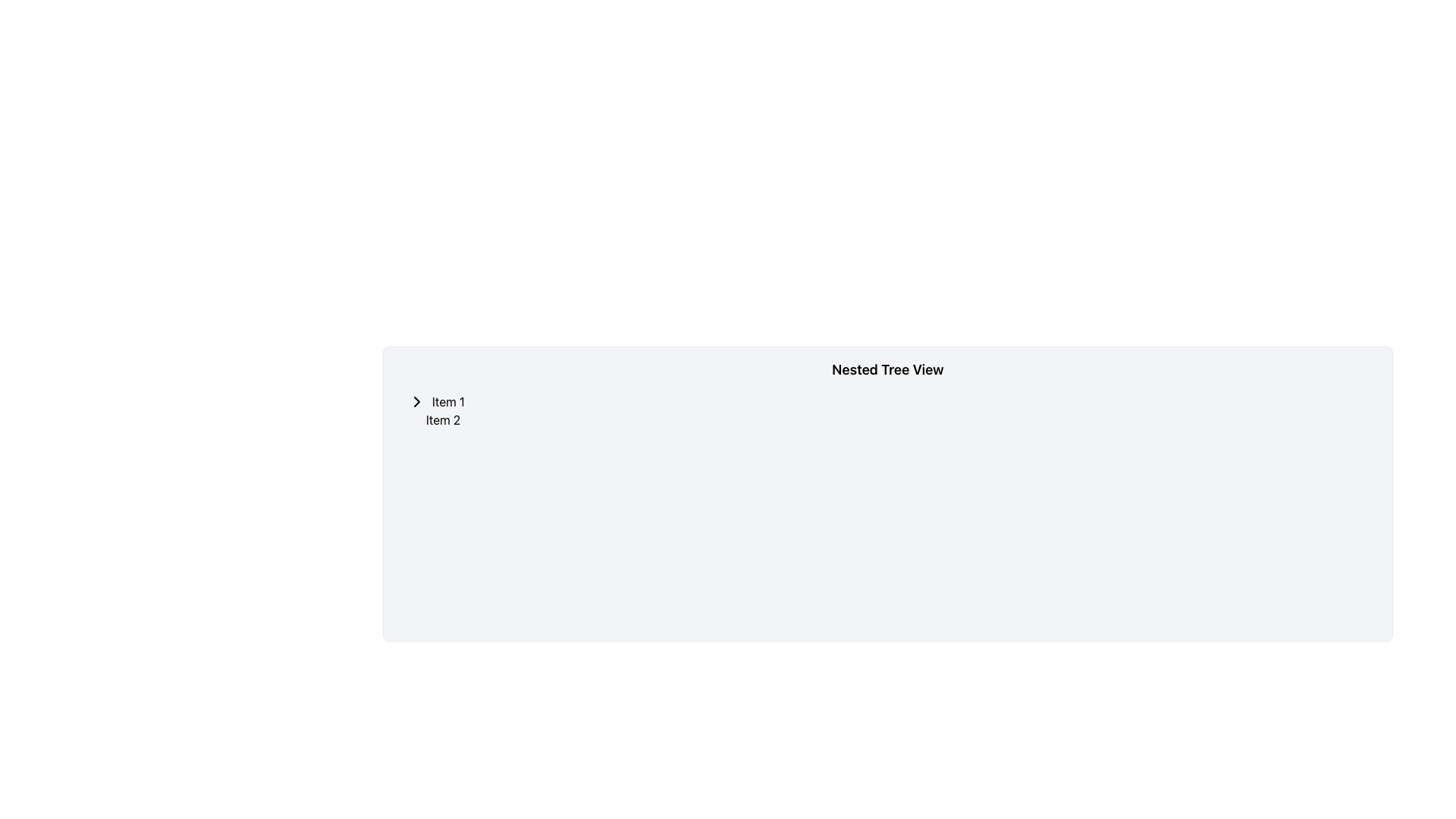  What do you see at coordinates (447, 400) in the screenshot?
I see `the static text element that labels the first item in the tree view layout, which is non-interactive and serves solely as a descriptive text` at bounding box center [447, 400].